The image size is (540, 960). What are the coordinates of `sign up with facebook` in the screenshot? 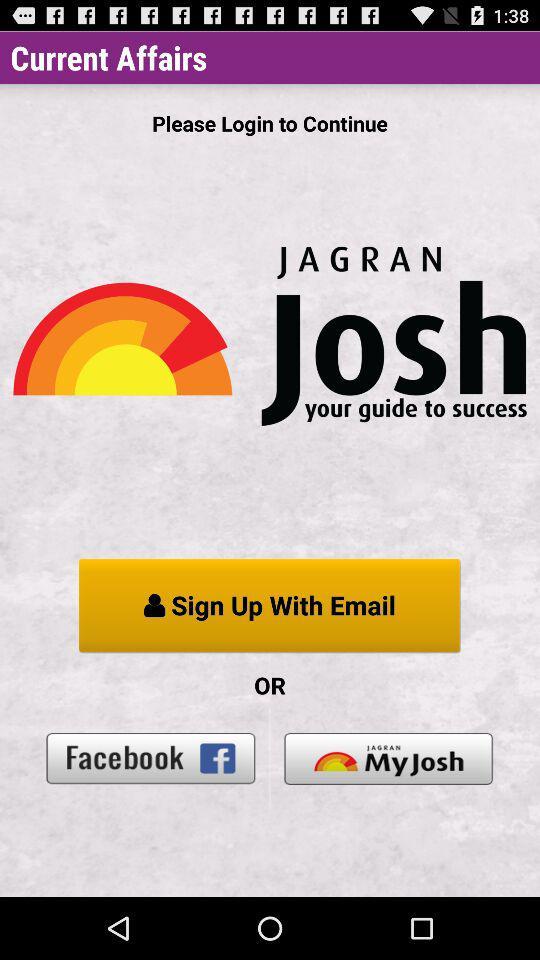 It's located at (150, 757).